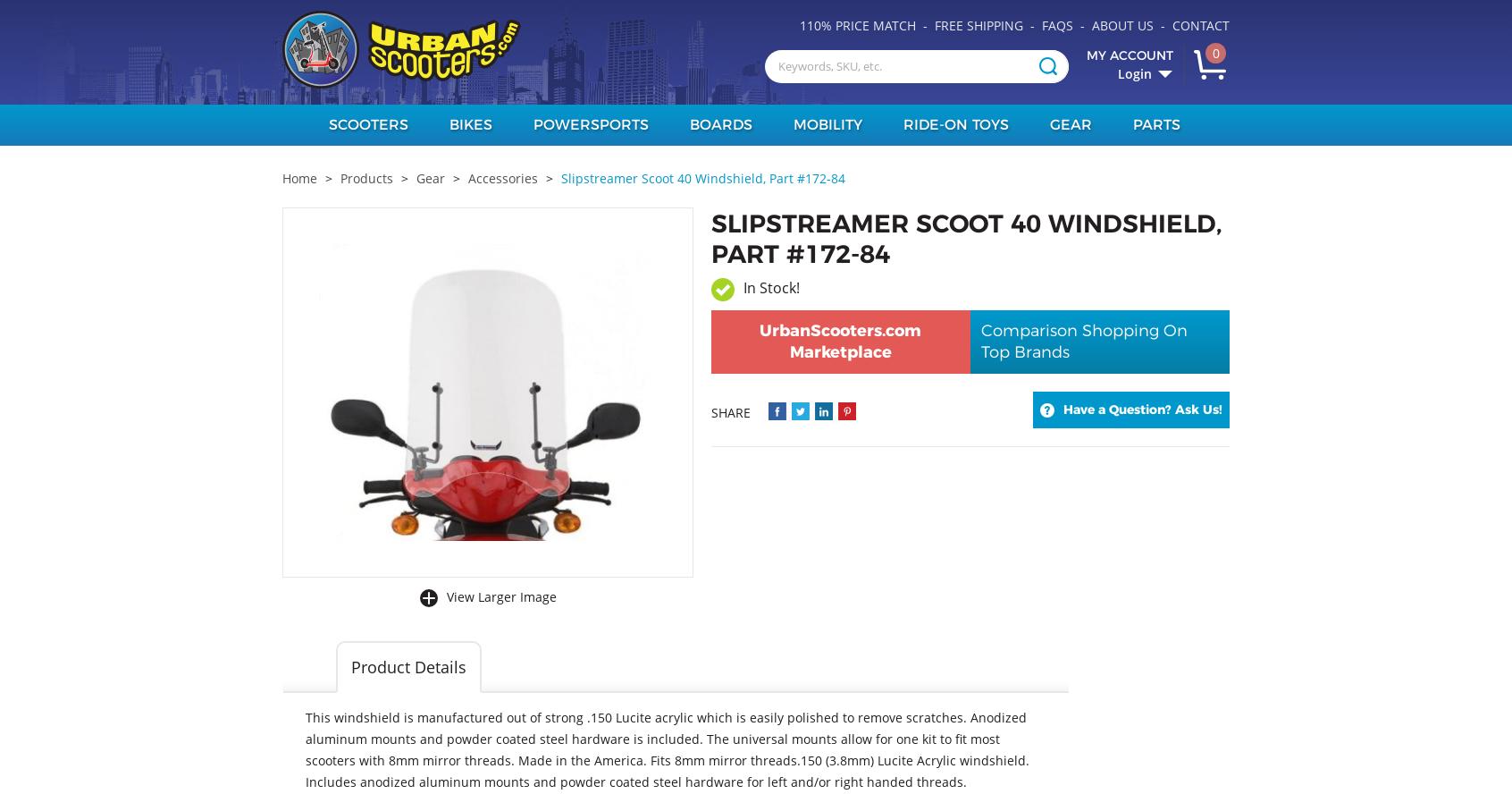  Describe the element at coordinates (367, 124) in the screenshot. I see `'Scooters'` at that location.